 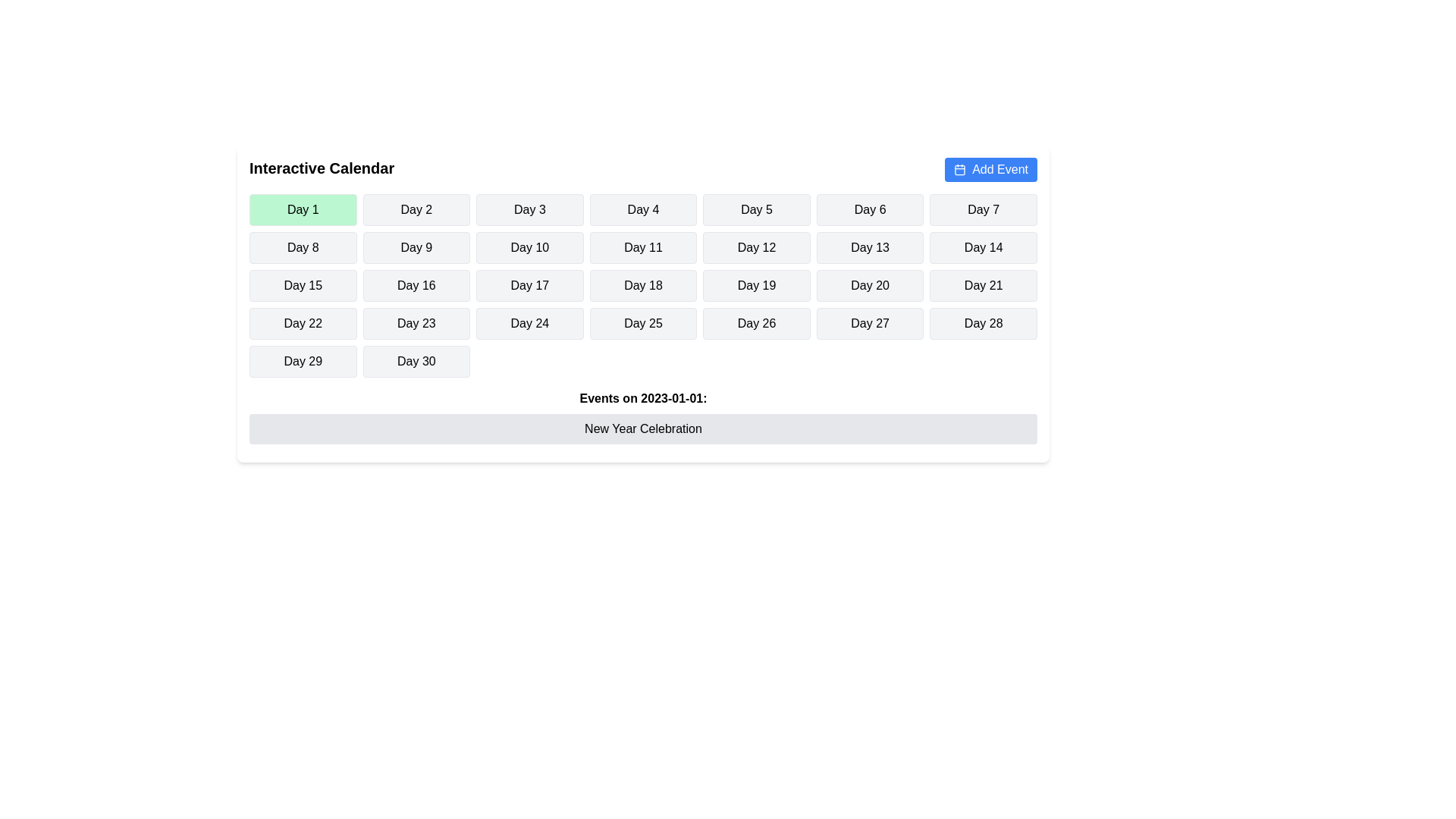 I want to click on the button representing the fourth day in the calendar interface, so click(x=643, y=210).